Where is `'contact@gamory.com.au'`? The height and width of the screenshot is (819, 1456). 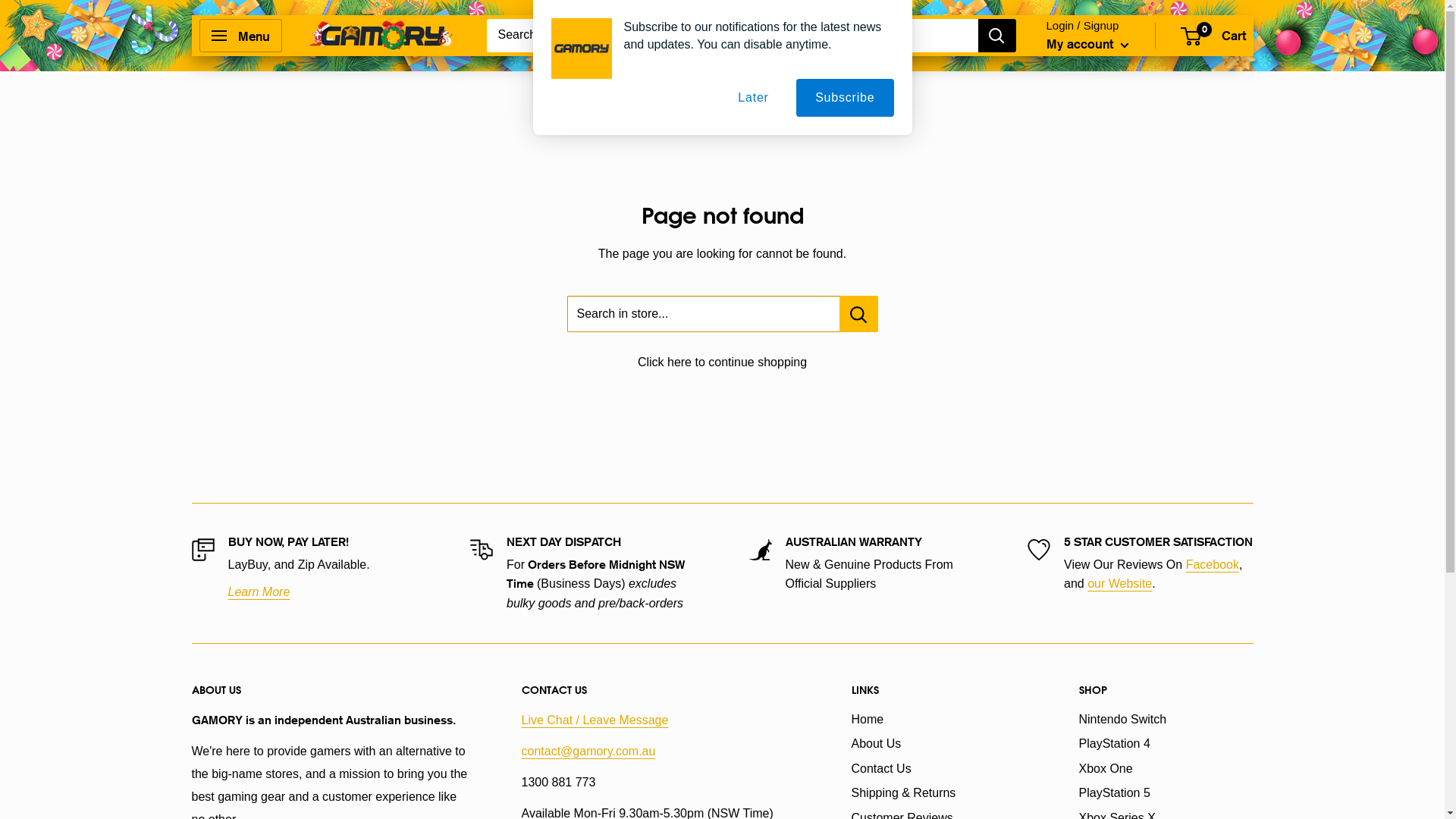 'contact@gamory.com.au' is located at coordinates (588, 751).